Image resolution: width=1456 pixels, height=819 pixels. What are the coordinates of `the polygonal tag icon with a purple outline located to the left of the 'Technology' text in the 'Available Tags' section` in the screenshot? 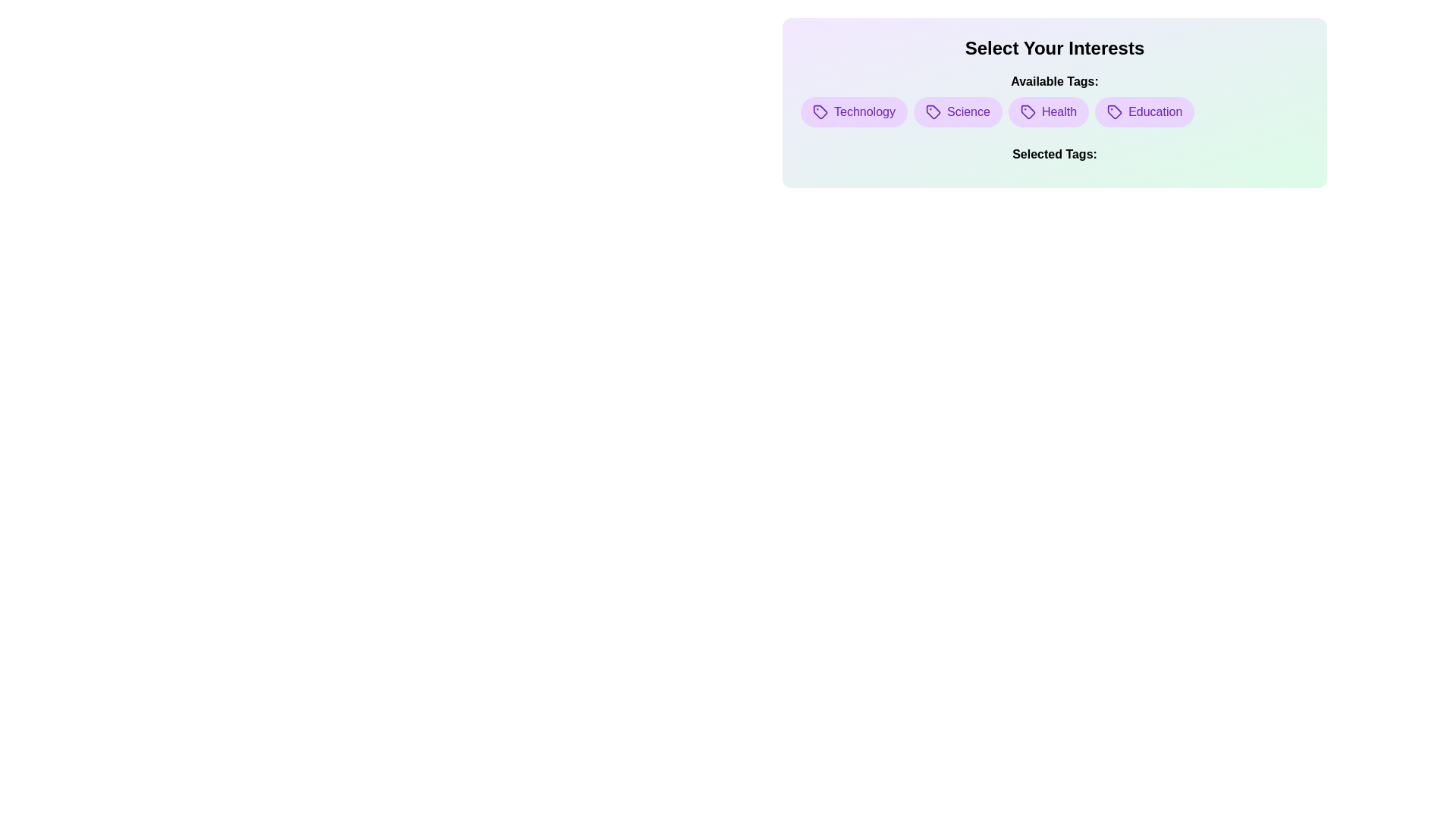 It's located at (819, 111).